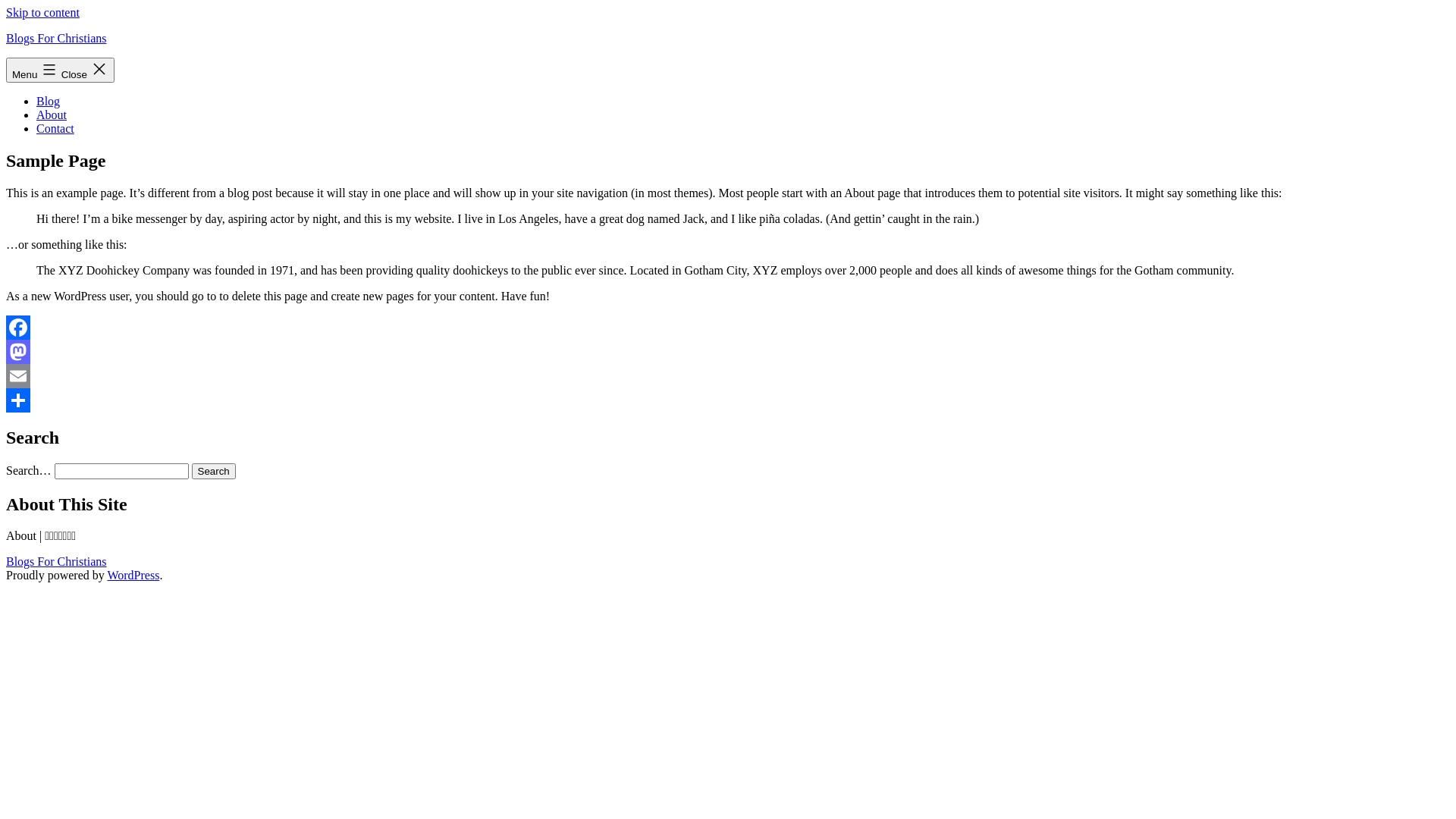 This screenshot has height=819, width=1456. Describe the element at coordinates (6, 400) in the screenshot. I see `'Share'` at that location.